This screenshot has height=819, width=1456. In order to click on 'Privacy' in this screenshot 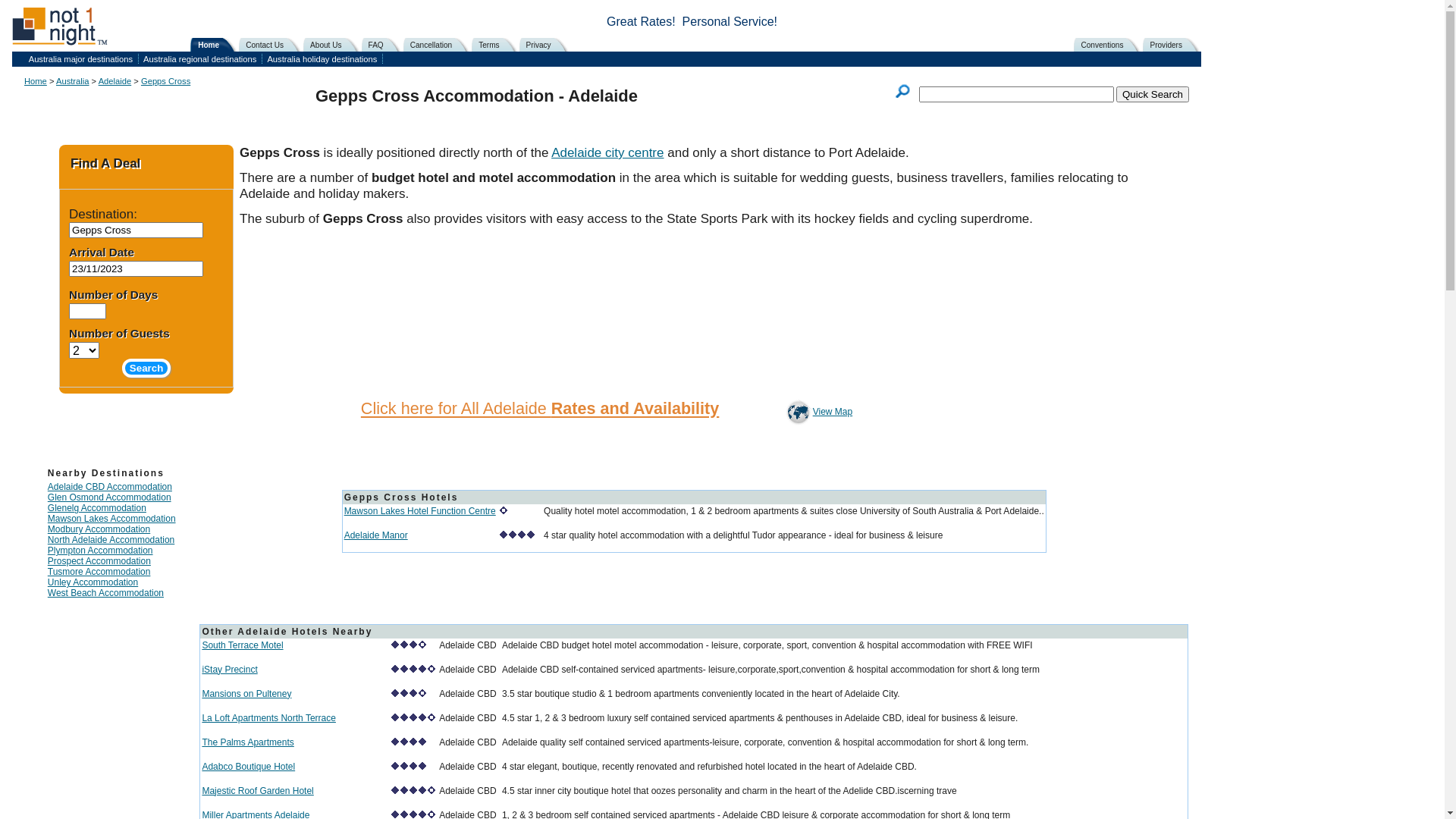, I will do `click(523, 43)`.